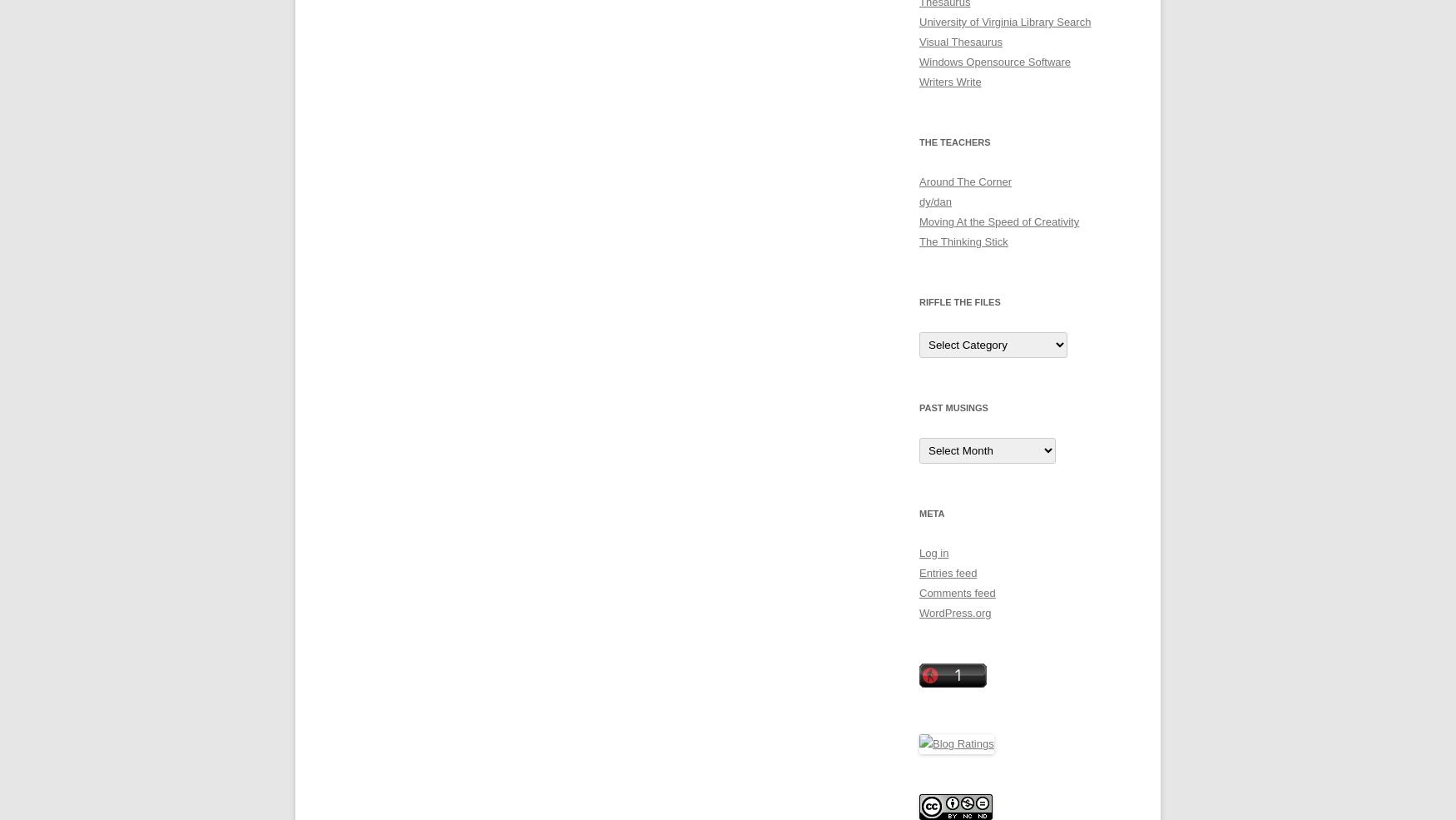 Image resolution: width=1456 pixels, height=820 pixels. What do you see at coordinates (959, 41) in the screenshot?
I see `'Visual Thesaurus'` at bounding box center [959, 41].